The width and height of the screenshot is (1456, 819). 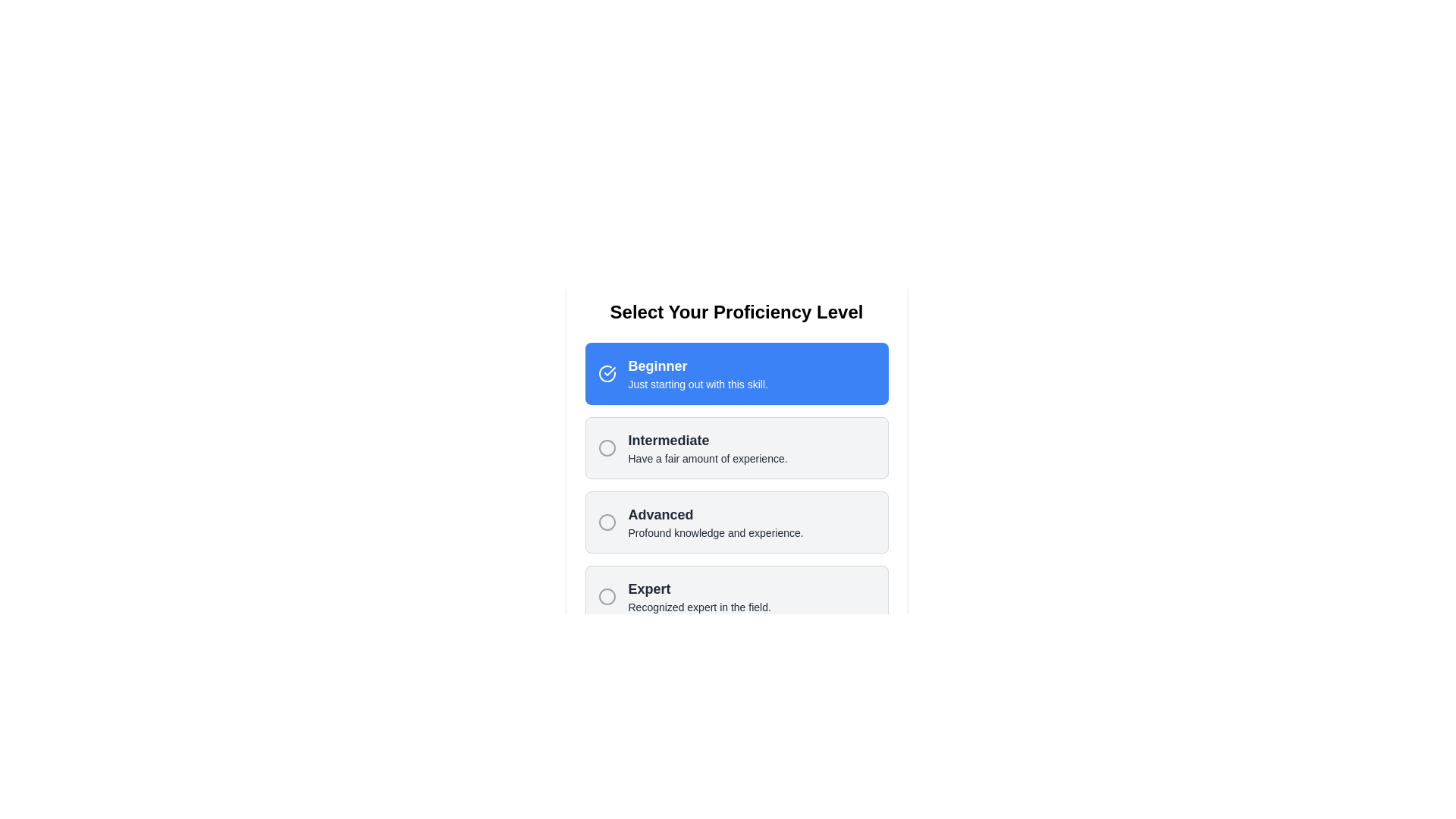 I want to click on the text label reading 'Have a fair amount of experience.' which is positioned below the 'Intermediate' heading and part of the Intermediate proficiency option box, so click(x=707, y=458).